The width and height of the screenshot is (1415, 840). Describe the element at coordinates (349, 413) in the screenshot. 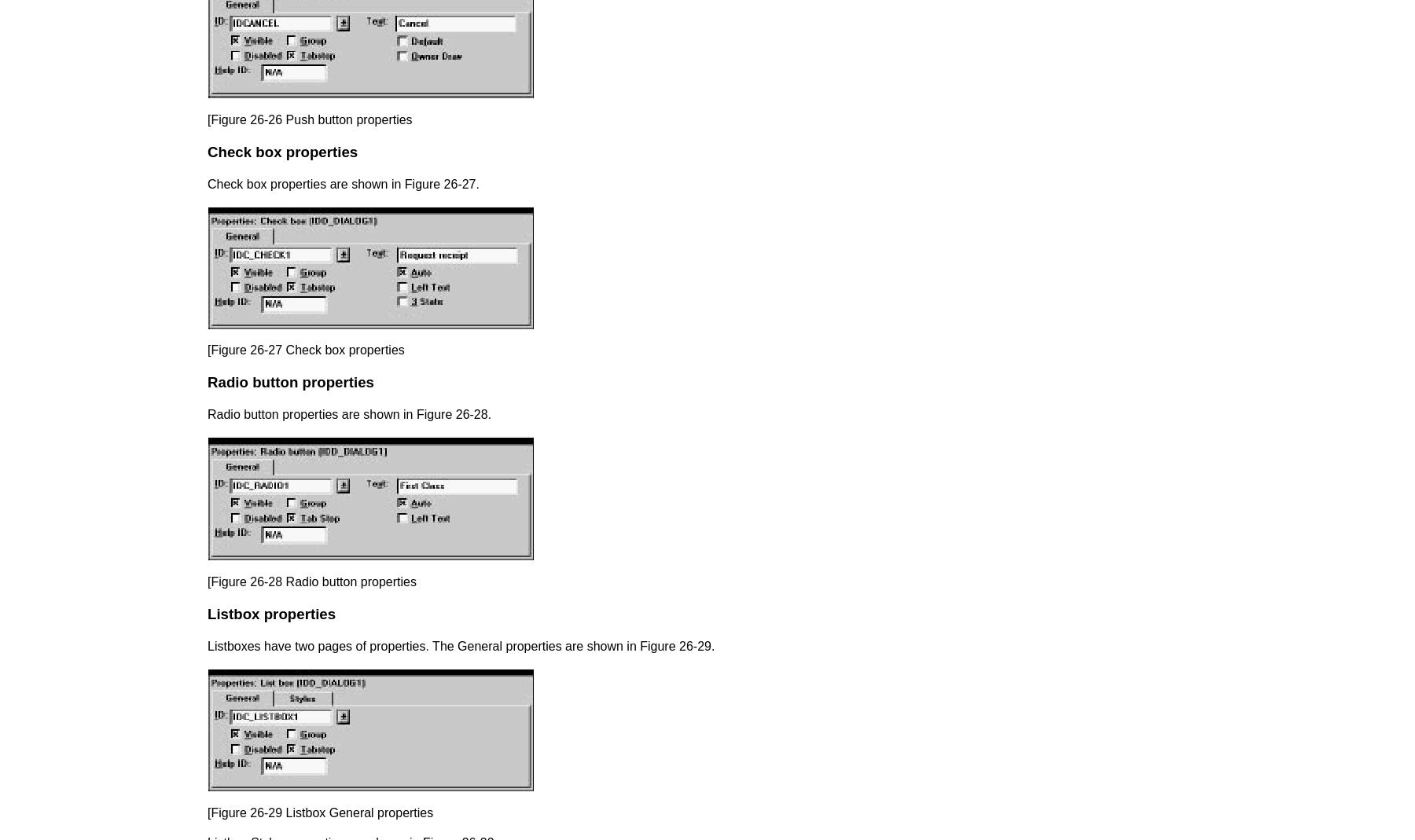

I see `'Radio button properties are shown in Figure 26-28.'` at that location.